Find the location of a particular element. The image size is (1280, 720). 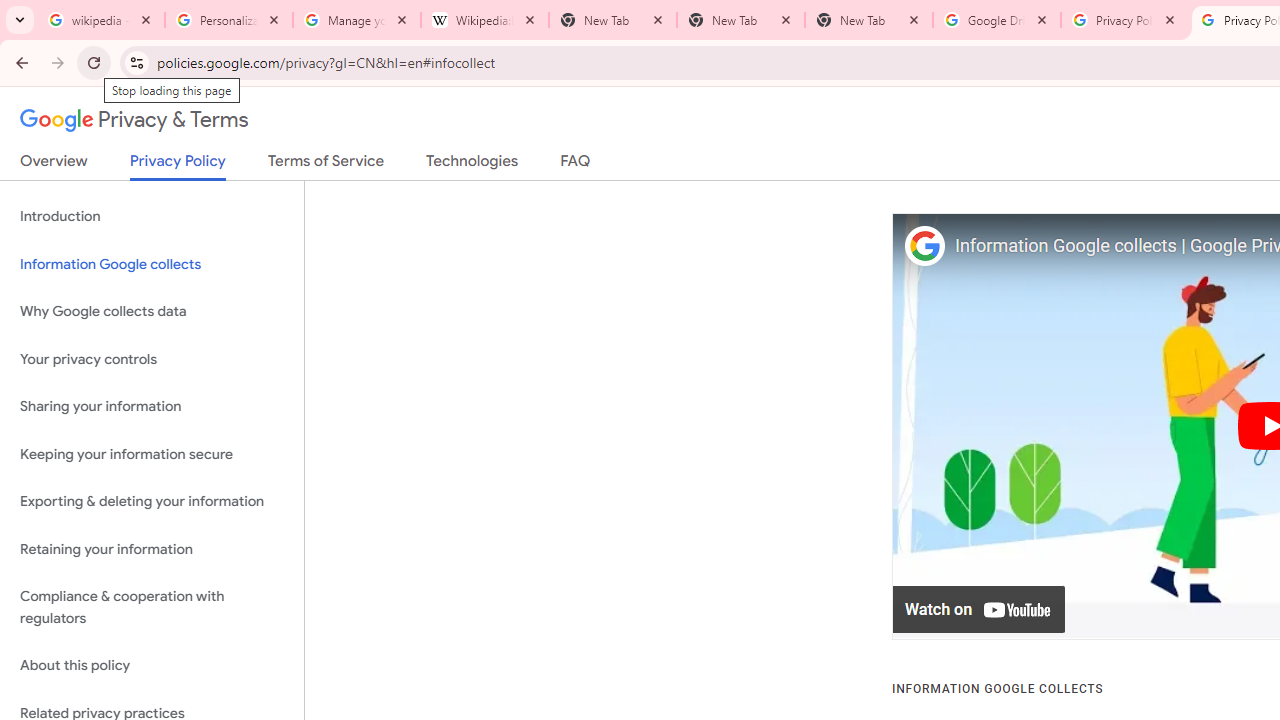

'Overview' is located at coordinates (54, 164).